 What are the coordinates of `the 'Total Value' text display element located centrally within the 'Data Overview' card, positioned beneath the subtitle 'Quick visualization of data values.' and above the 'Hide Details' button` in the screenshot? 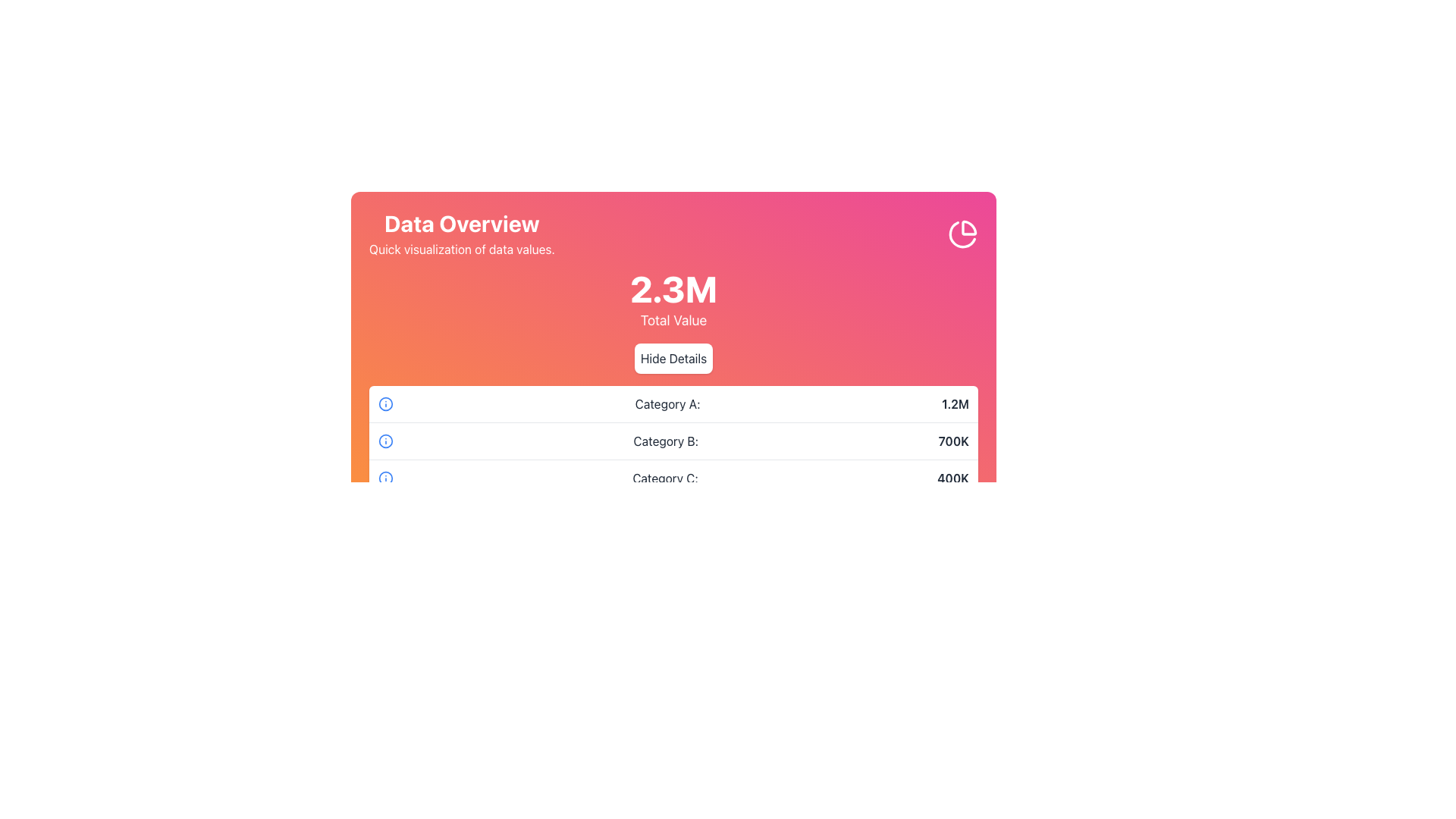 It's located at (673, 301).